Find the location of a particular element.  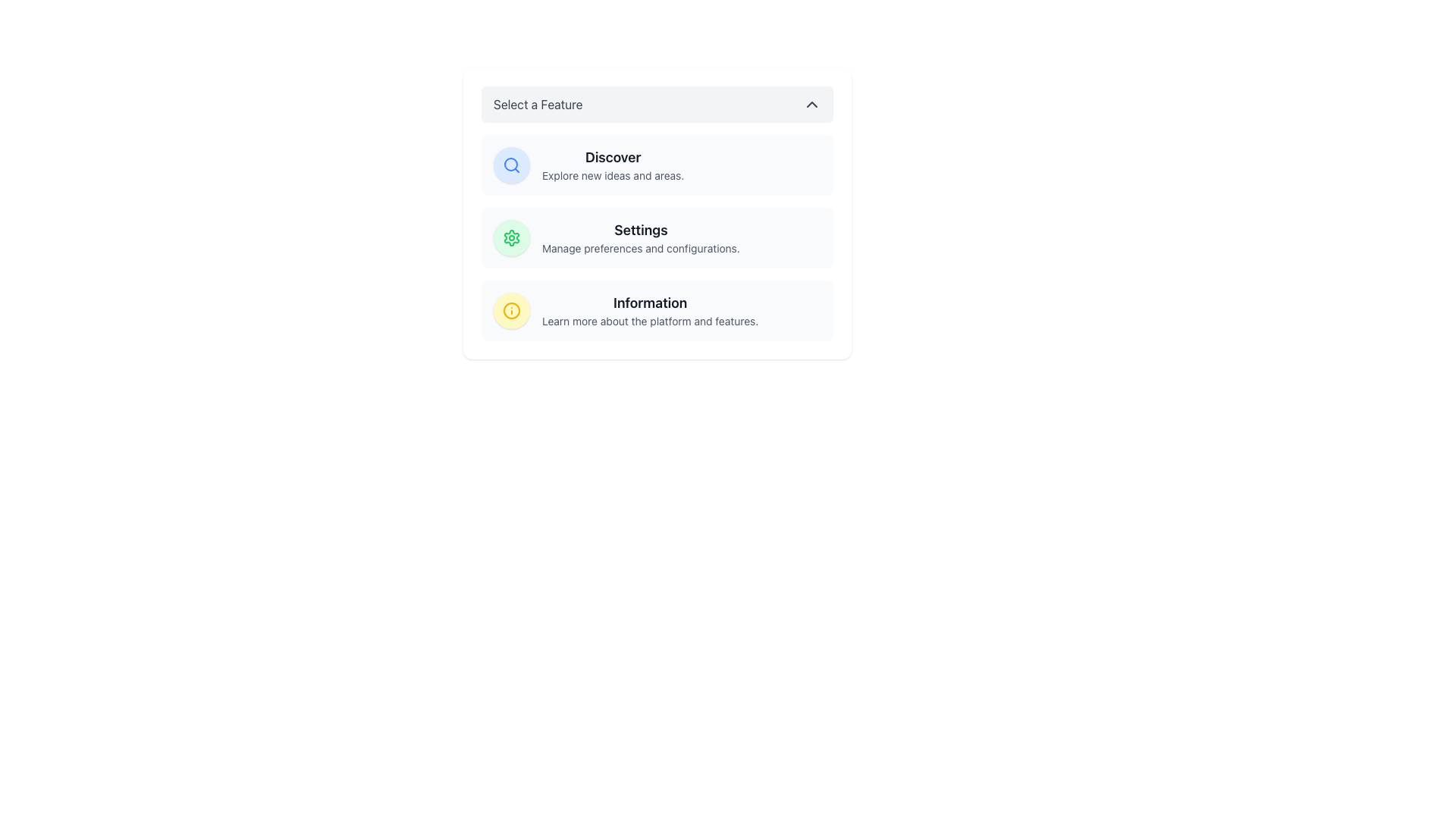

text label located in the 'Information' section, which provides context about the 'Information' feature is located at coordinates (650, 321).